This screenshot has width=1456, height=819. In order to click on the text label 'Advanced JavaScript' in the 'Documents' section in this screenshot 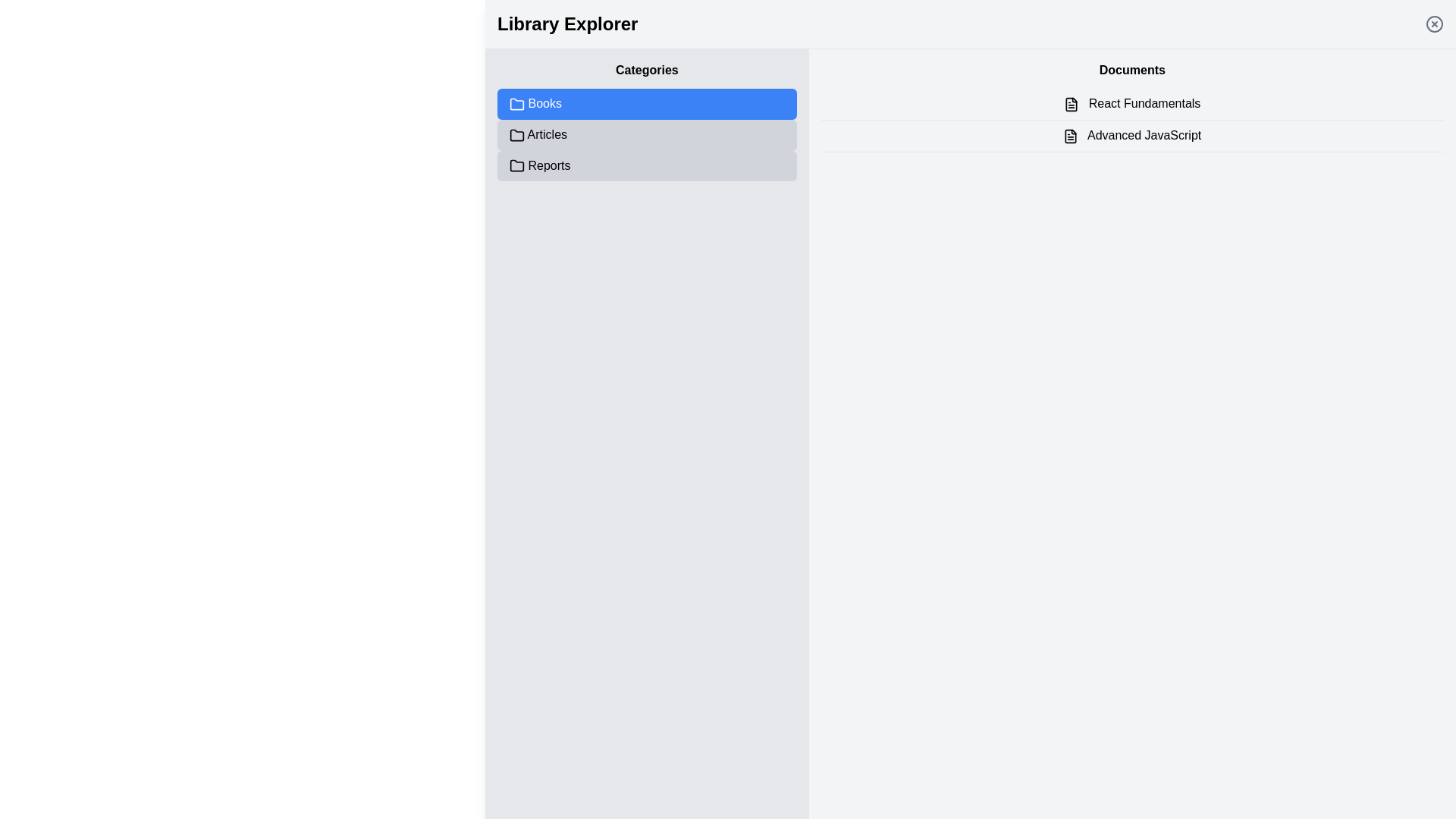, I will do `click(1132, 135)`.